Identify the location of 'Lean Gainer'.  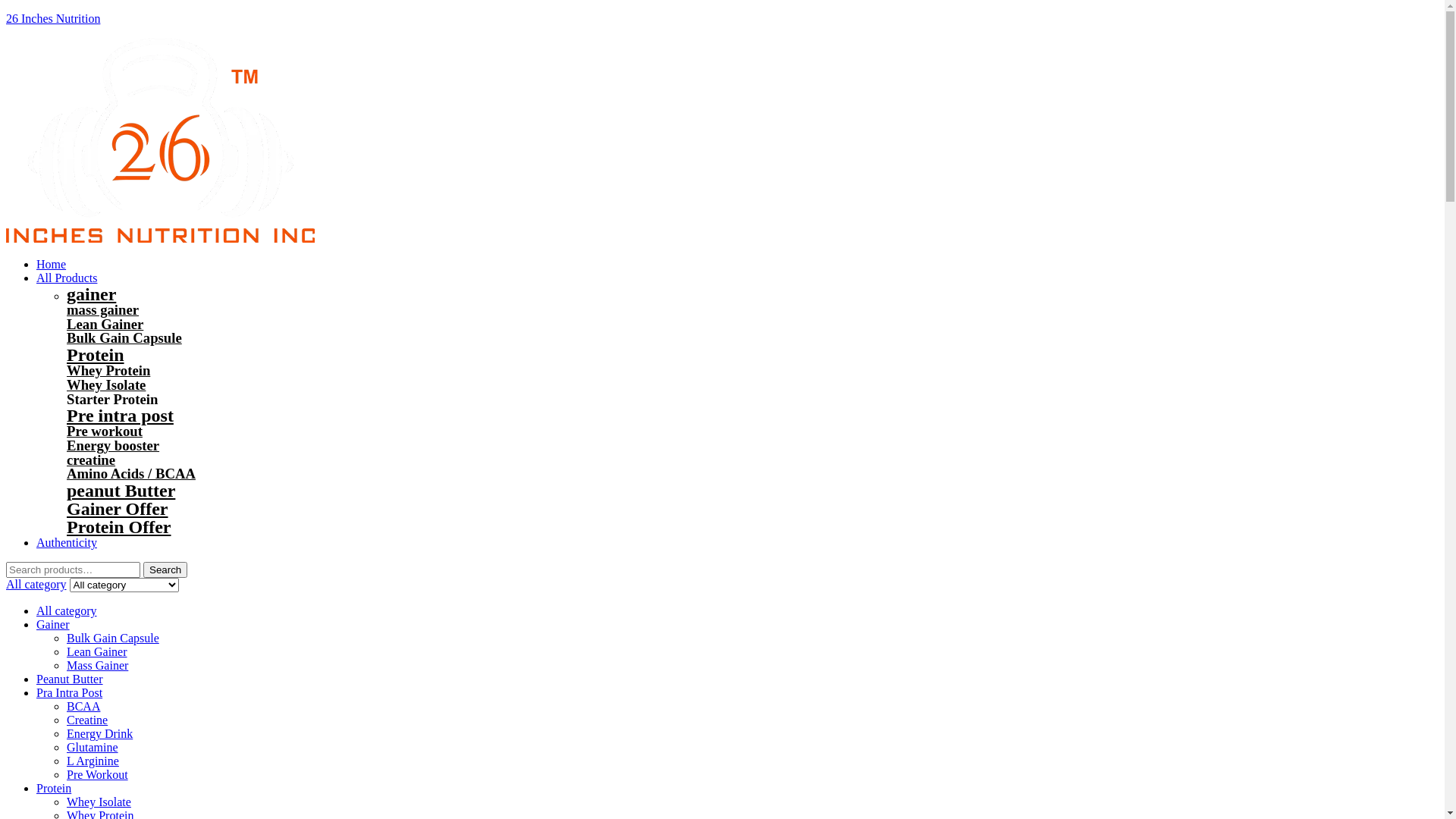
(96, 651).